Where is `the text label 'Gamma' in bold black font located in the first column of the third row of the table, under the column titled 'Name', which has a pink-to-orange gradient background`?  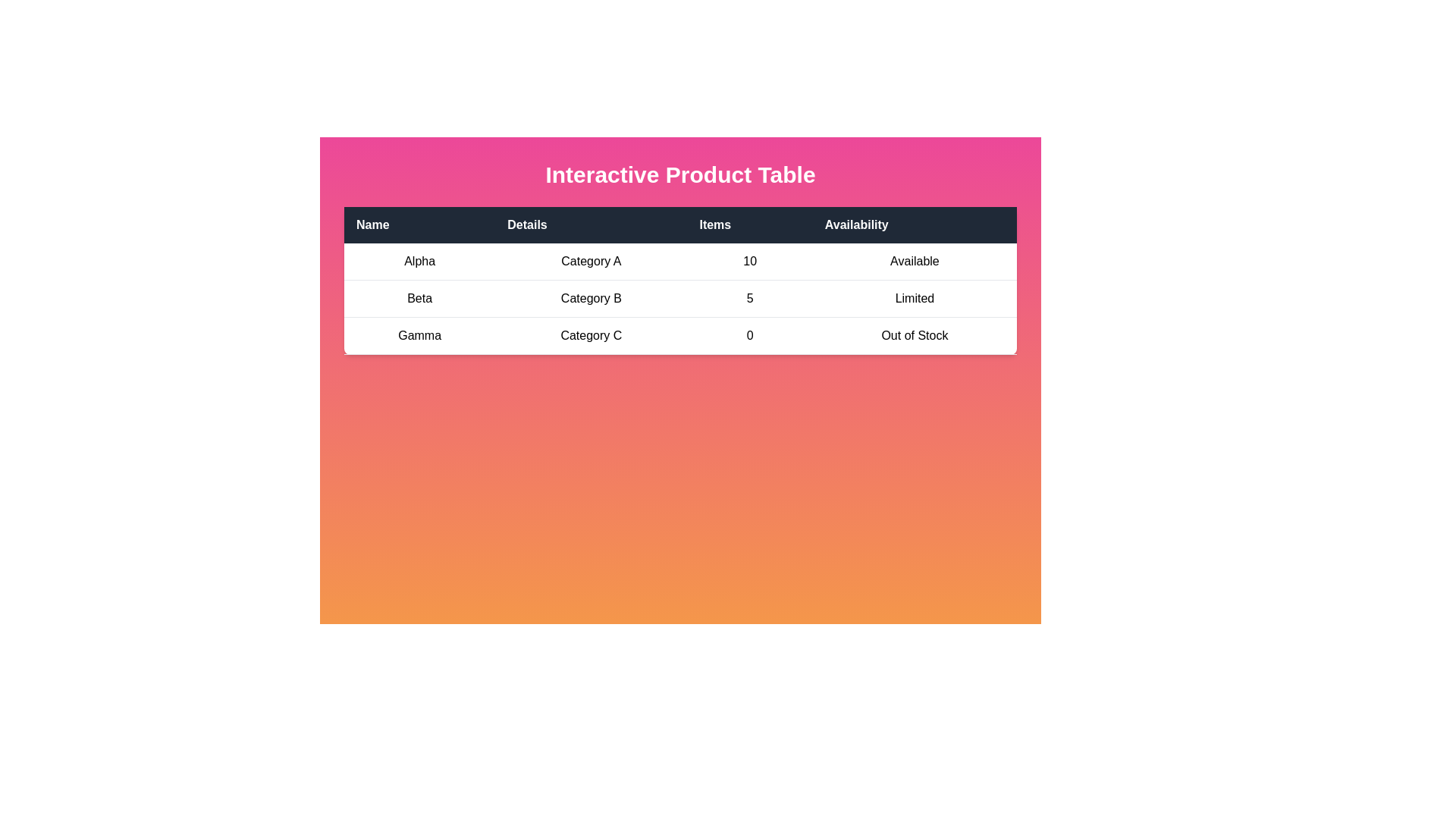 the text label 'Gamma' in bold black font located in the first column of the third row of the table, under the column titled 'Name', which has a pink-to-orange gradient background is located at coordinates (419, 335).